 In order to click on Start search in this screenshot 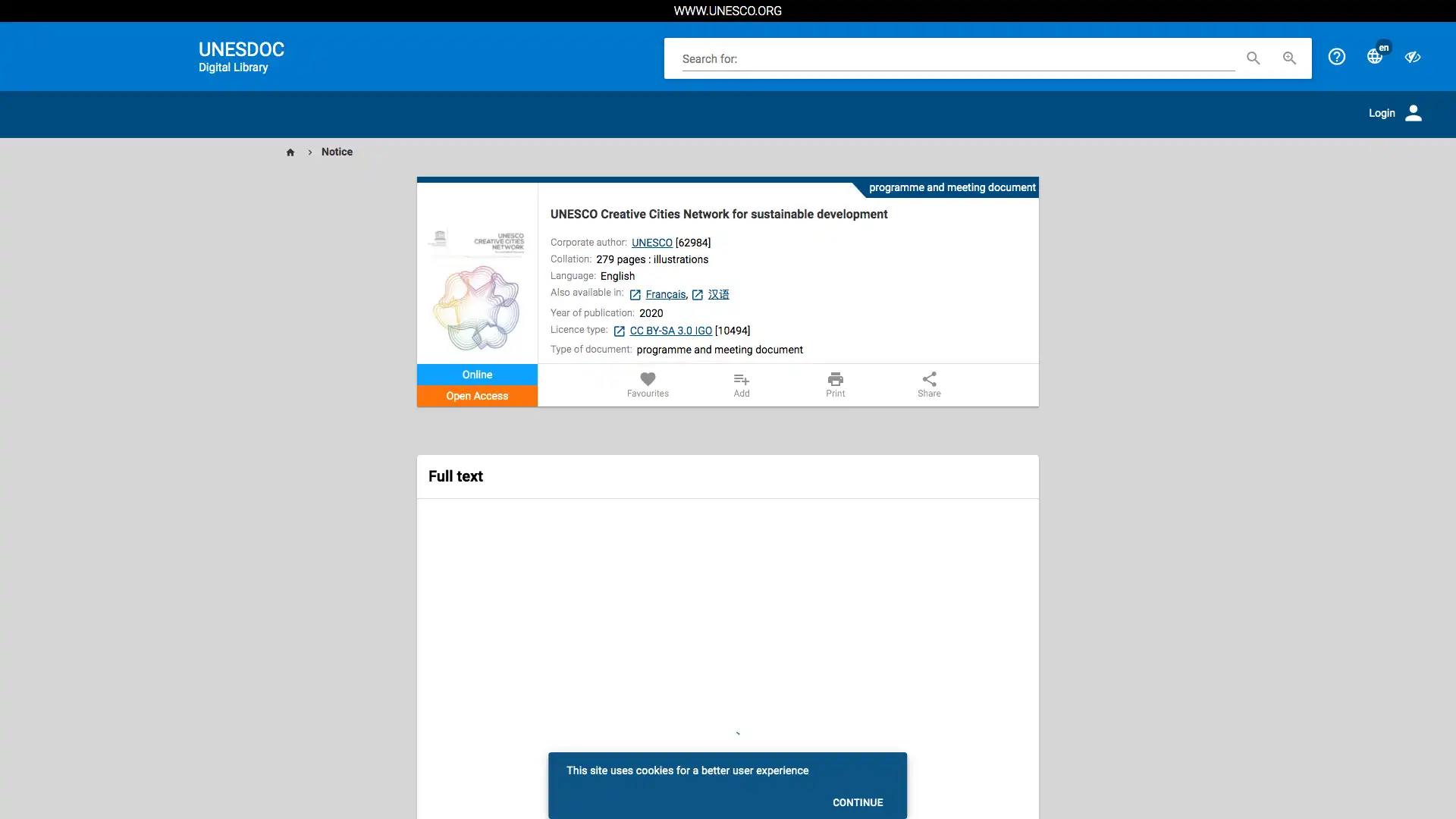, I will do `click(1253, 57)`.